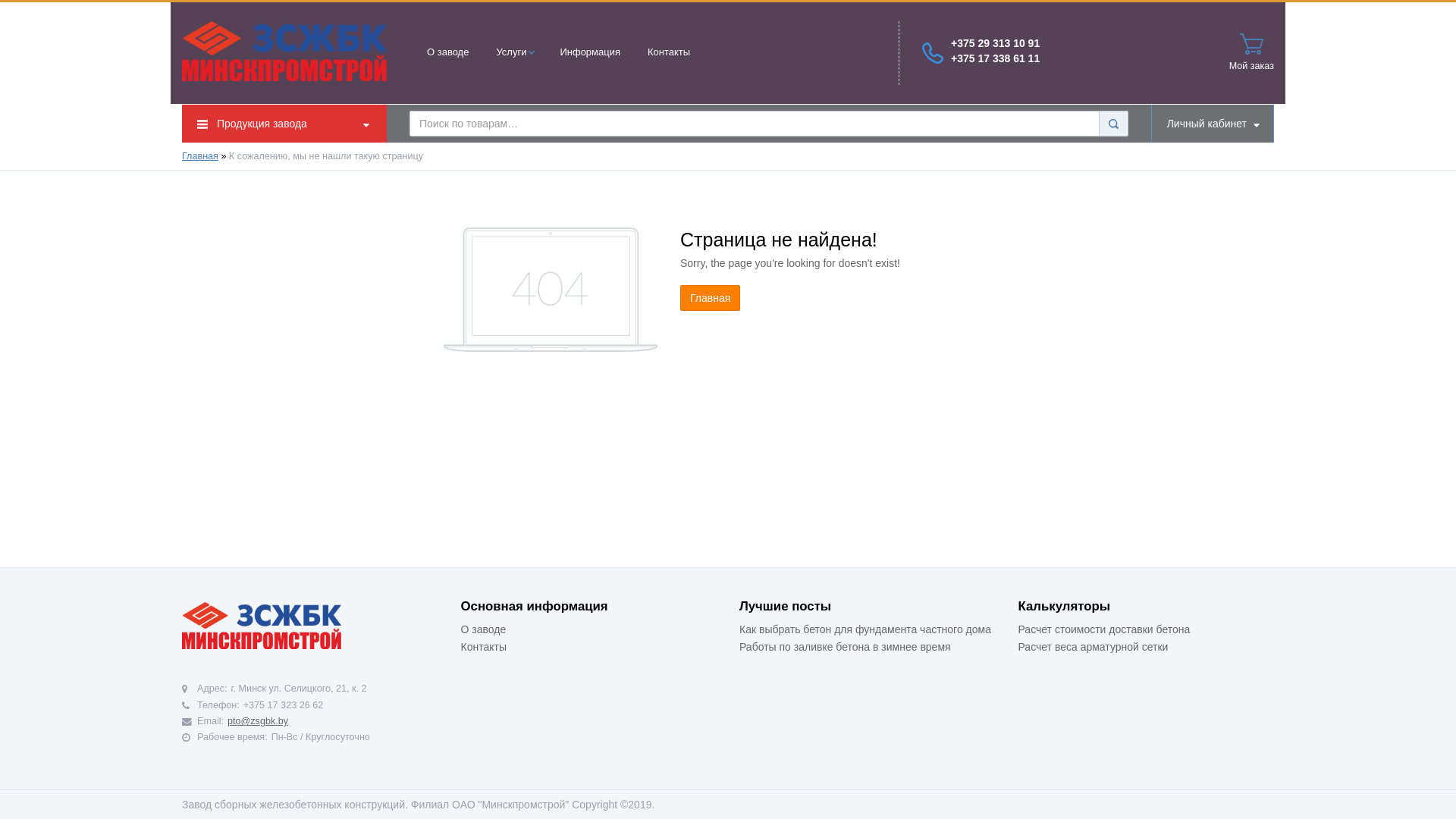 Image resolution: width=1456 pixels, height=819 pixels. What do you see at coordinates (995, 42) in the screenshot?
I see `'+375 29 313 10 91'` at bounding box center [995, 42].